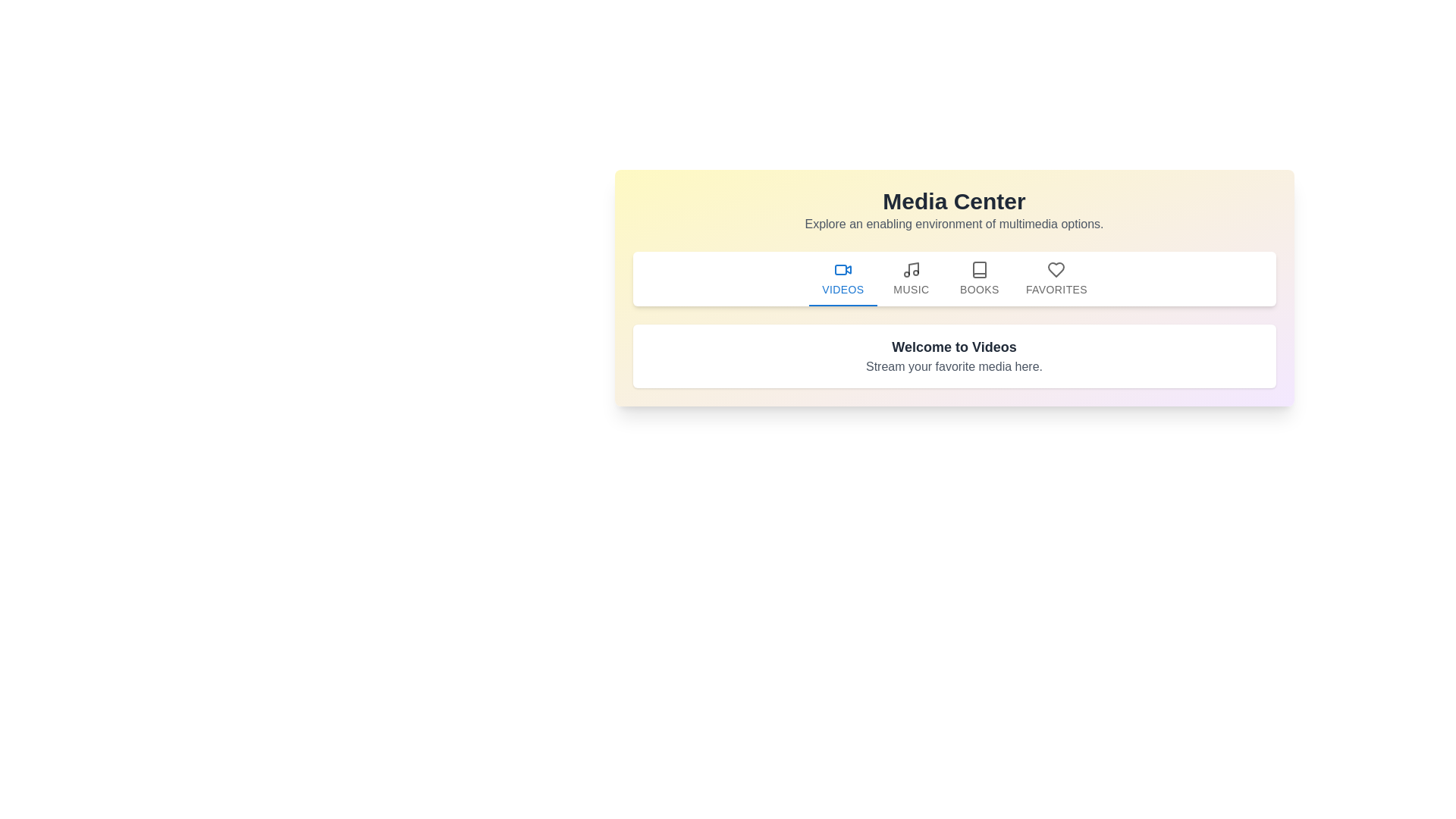 The image size is (1456, 819). Describe the element at coordinates (979, 269) in the screenshot. I see `the book icon located in the 'BOOKS' tab of the tab selection interface` at that location.